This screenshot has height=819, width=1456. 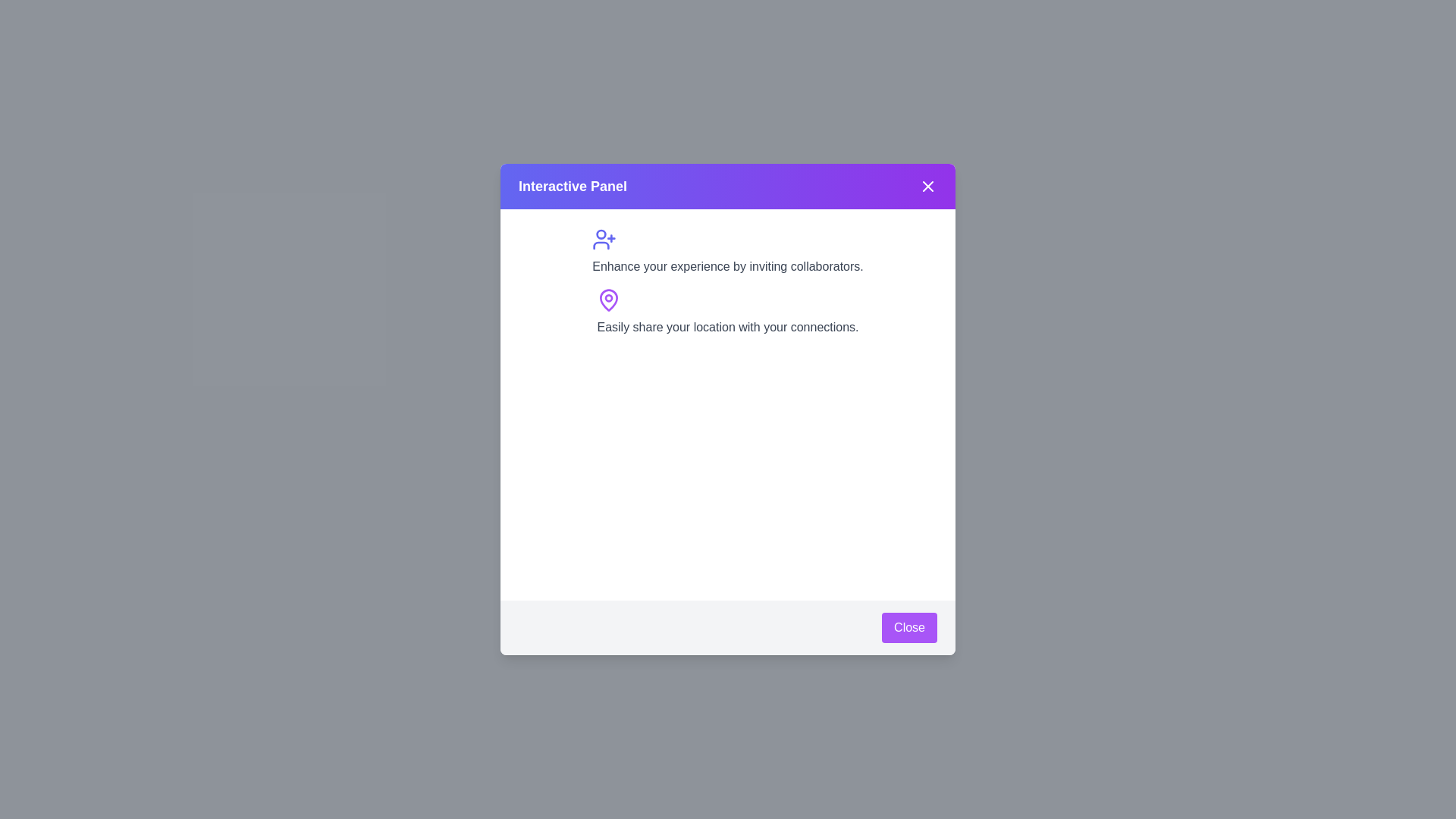 What do you see at coordinates (609, 300) in the screenshot?
I see `the purple map pin icon located between the texts 'Enhance your experience by inviting collaborators' and 'Easily share your location with your connections'` at bounding box center [609, 300].